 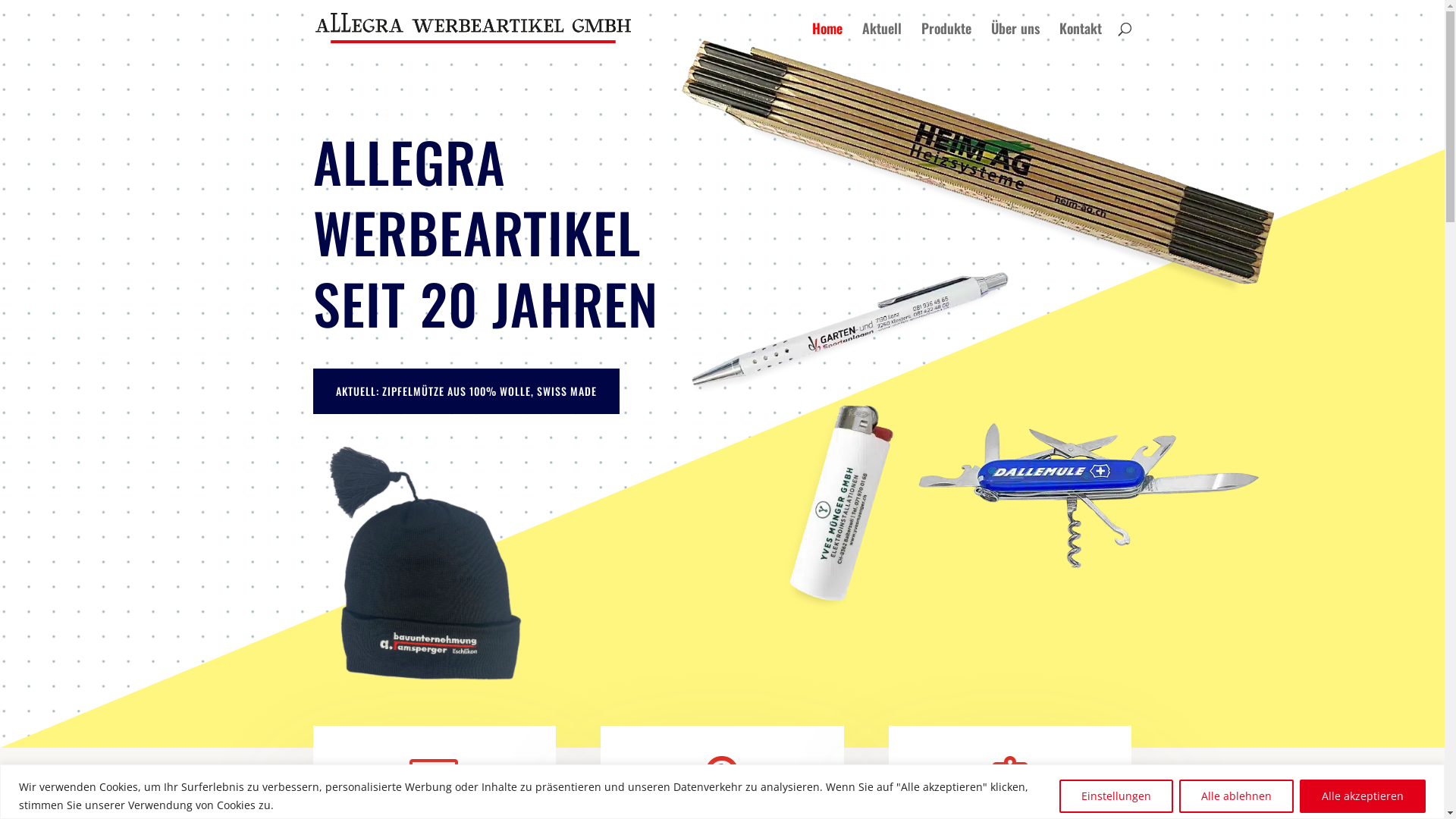 What do you see at coordinates (1236, 795) in the screenshot?
I see `'Alle ablehnen'` at bounding box center [1236, 795].